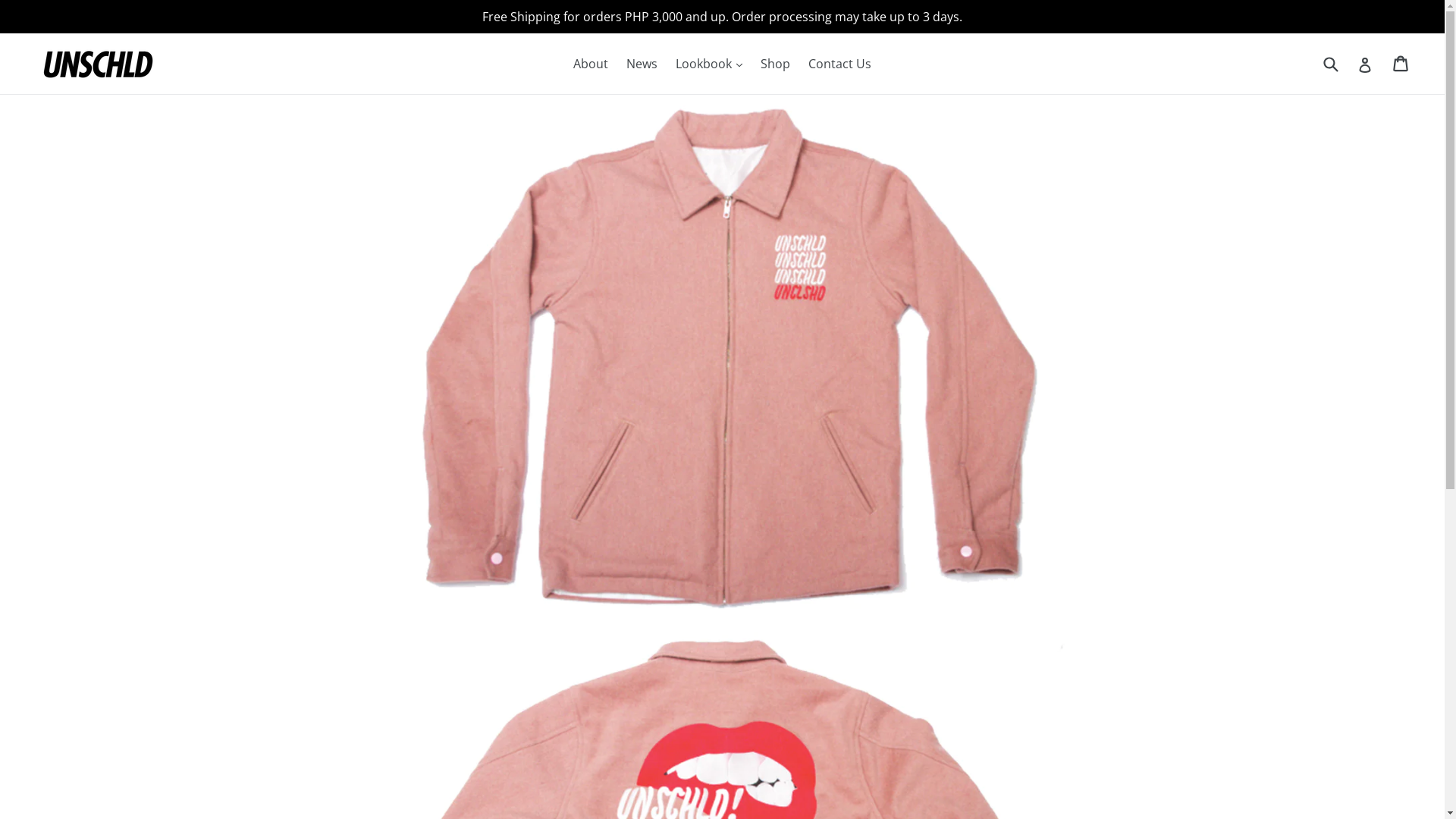  What do you see at coordinates (839, 63) in the screenshot?
I see `'Contact Us'` at bounding box center [839, 63].